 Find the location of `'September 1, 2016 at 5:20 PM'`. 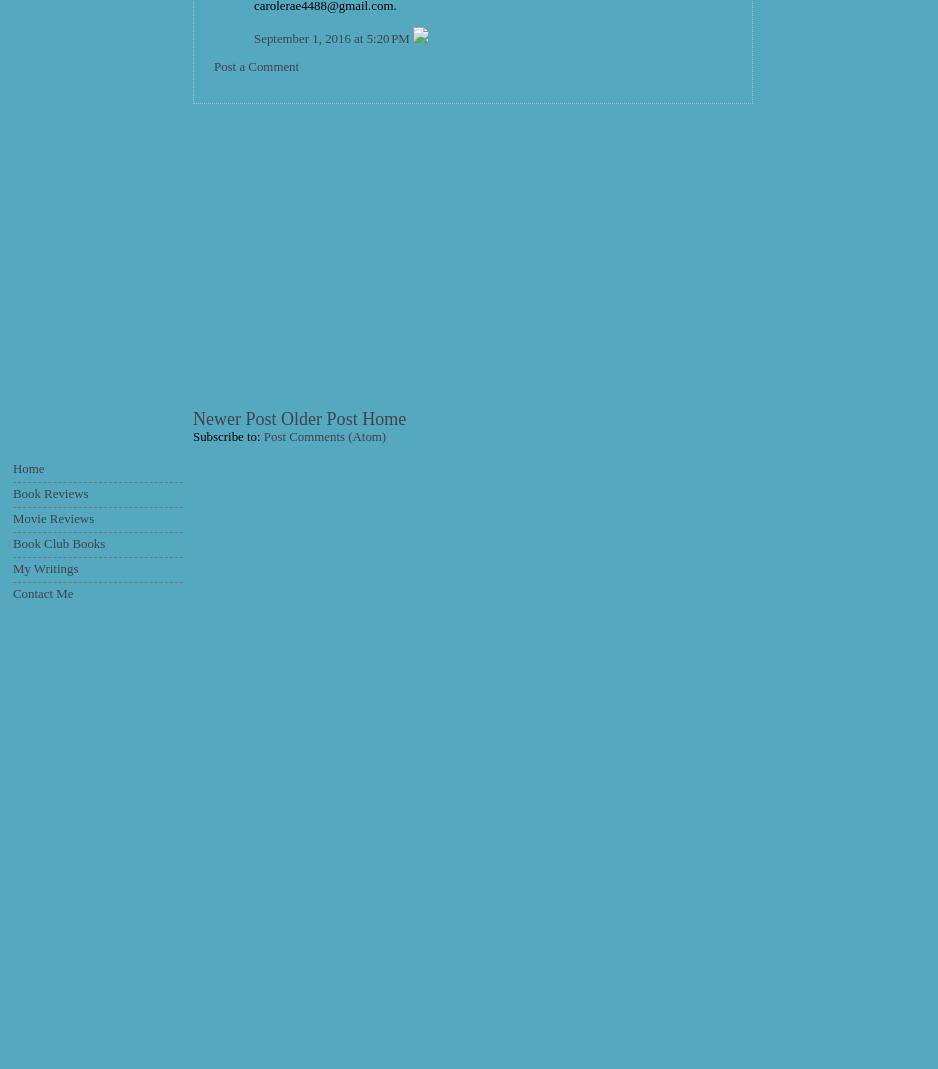

'September 1, 2016 at 5:20 PM' is located at coordinates (253, 38).